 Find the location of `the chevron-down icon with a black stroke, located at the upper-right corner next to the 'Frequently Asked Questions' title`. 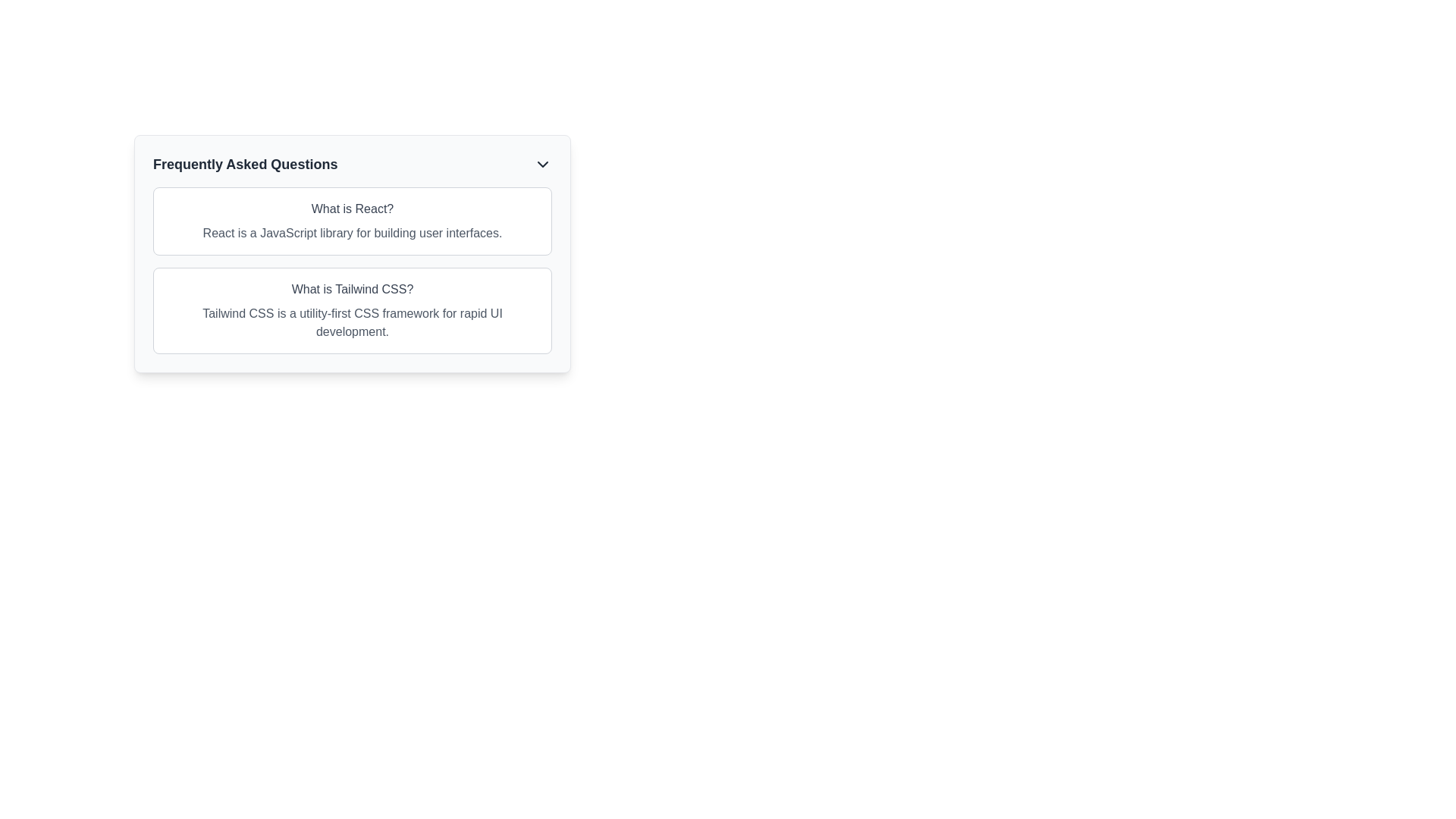

the chevron-down icon with a black stroke, located at the upper-right corner next to the 'Frequently Asked Questions' title is located at coordinates (542, 164).